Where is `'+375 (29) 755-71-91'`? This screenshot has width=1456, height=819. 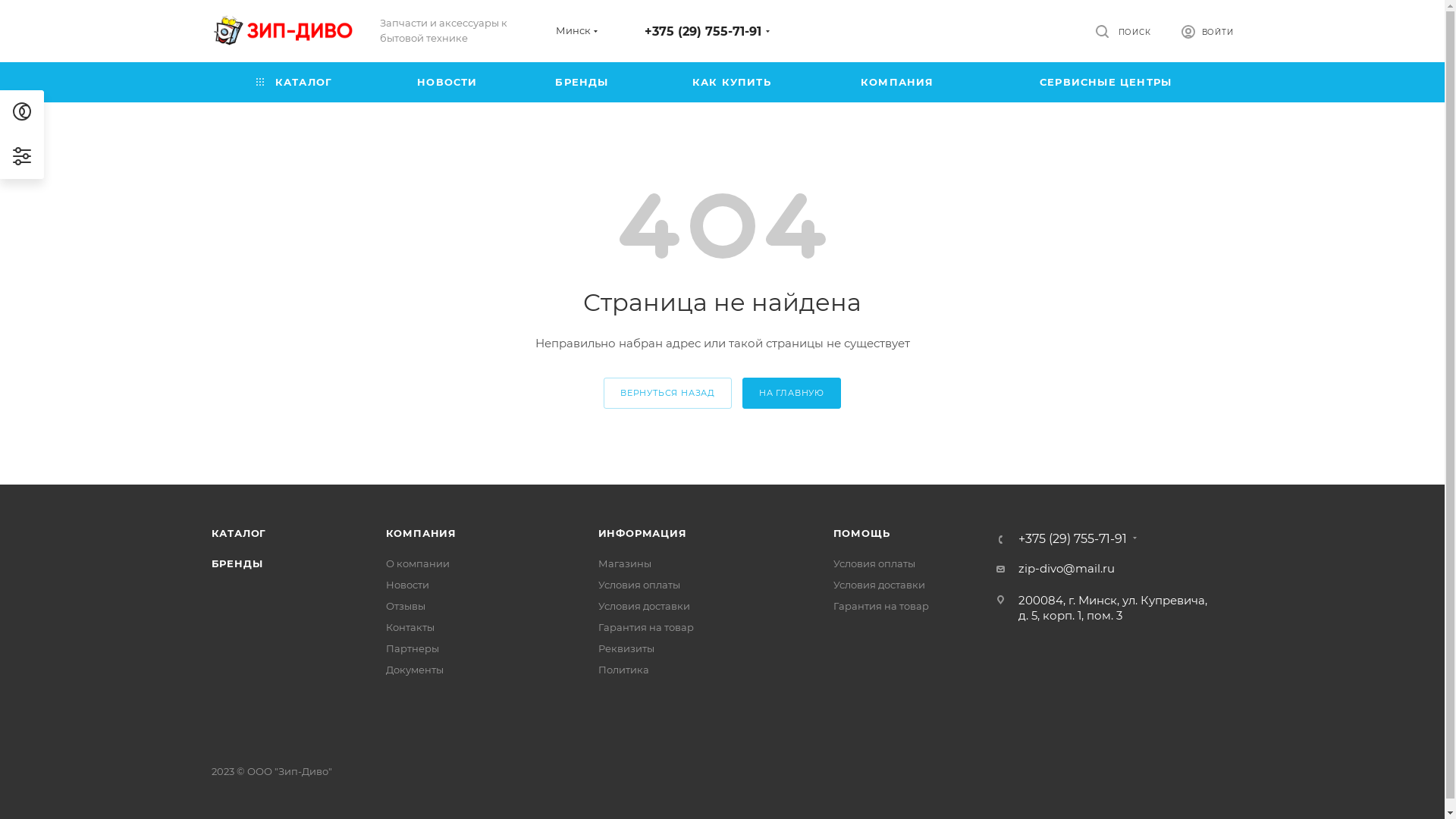
'+375 (29) 755-71-91' is located at coordinates (701, 31).